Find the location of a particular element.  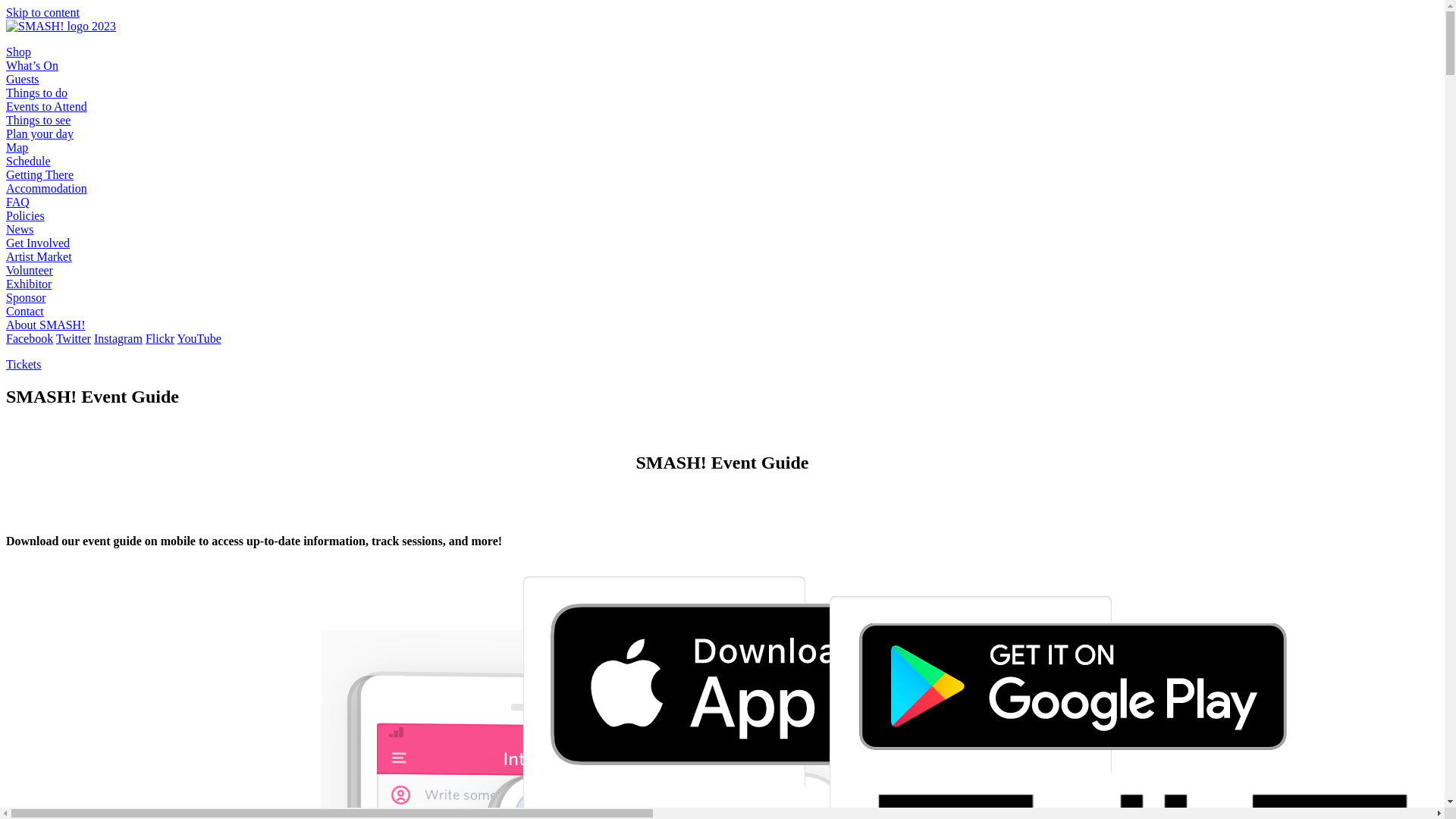

'Map' is located at coordinates (17, 147).